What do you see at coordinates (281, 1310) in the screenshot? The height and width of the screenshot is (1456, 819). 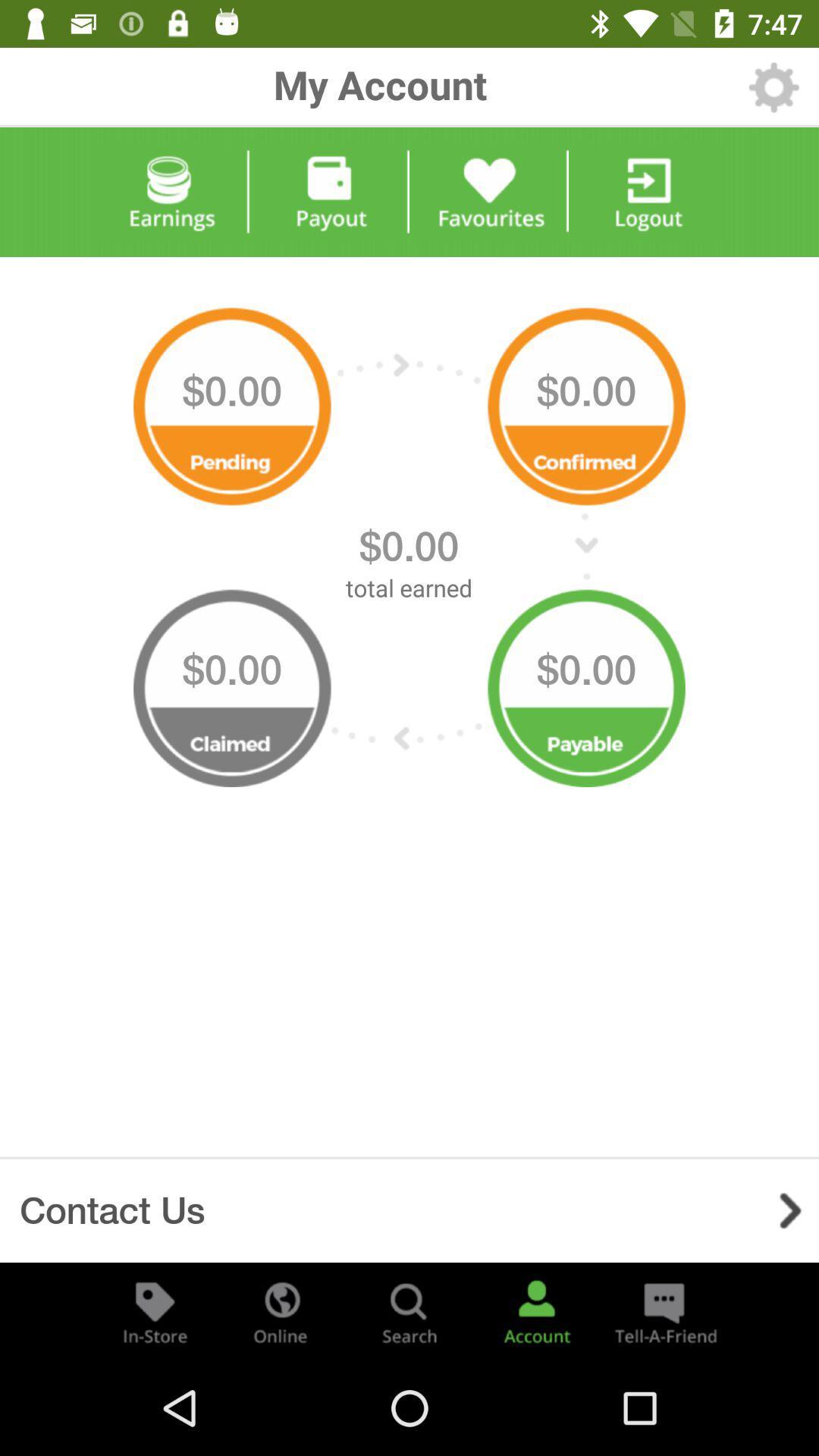 I see `display online options` at bounding box center [281, 1310].